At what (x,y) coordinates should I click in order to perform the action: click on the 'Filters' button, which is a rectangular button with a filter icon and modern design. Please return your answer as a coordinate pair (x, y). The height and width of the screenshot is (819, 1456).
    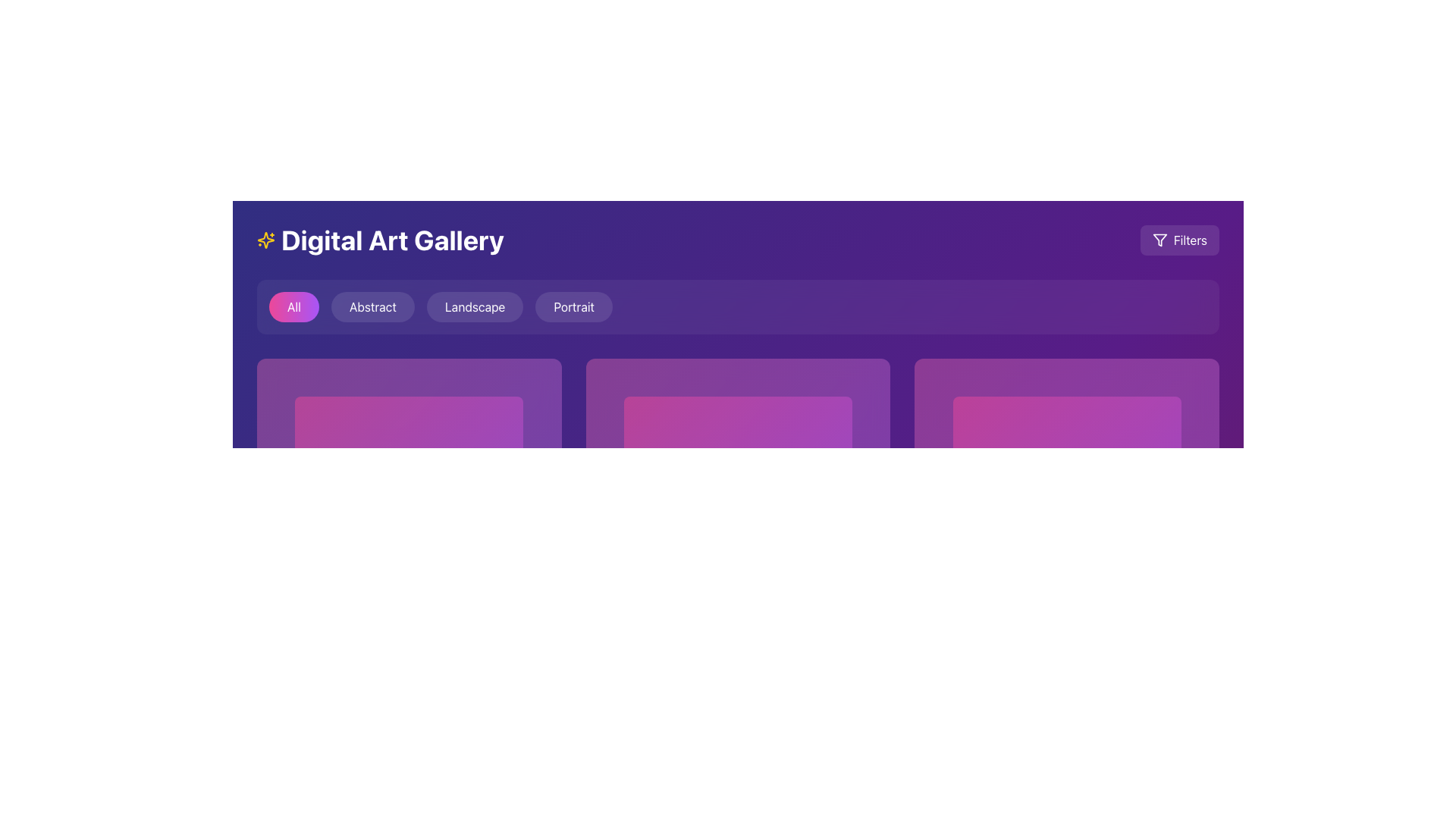
    Looking at the image, I should click on (1178, 239).